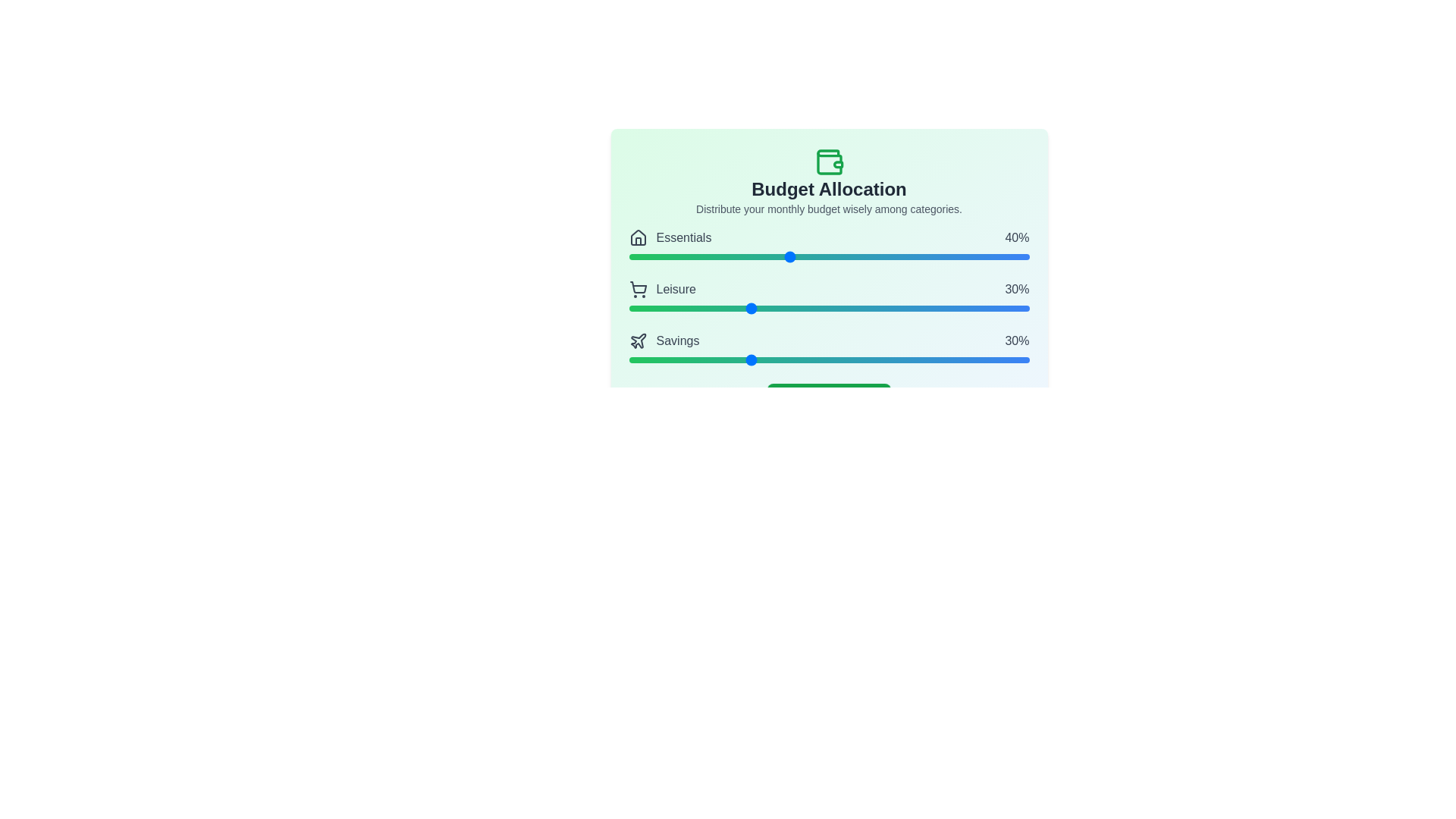 The height and width of the screenshot is (819, 1456). Describe the element at coordinates (733, 359) in the screenshot. I see `the 'Savings' slider to set its value to 26` at that location.